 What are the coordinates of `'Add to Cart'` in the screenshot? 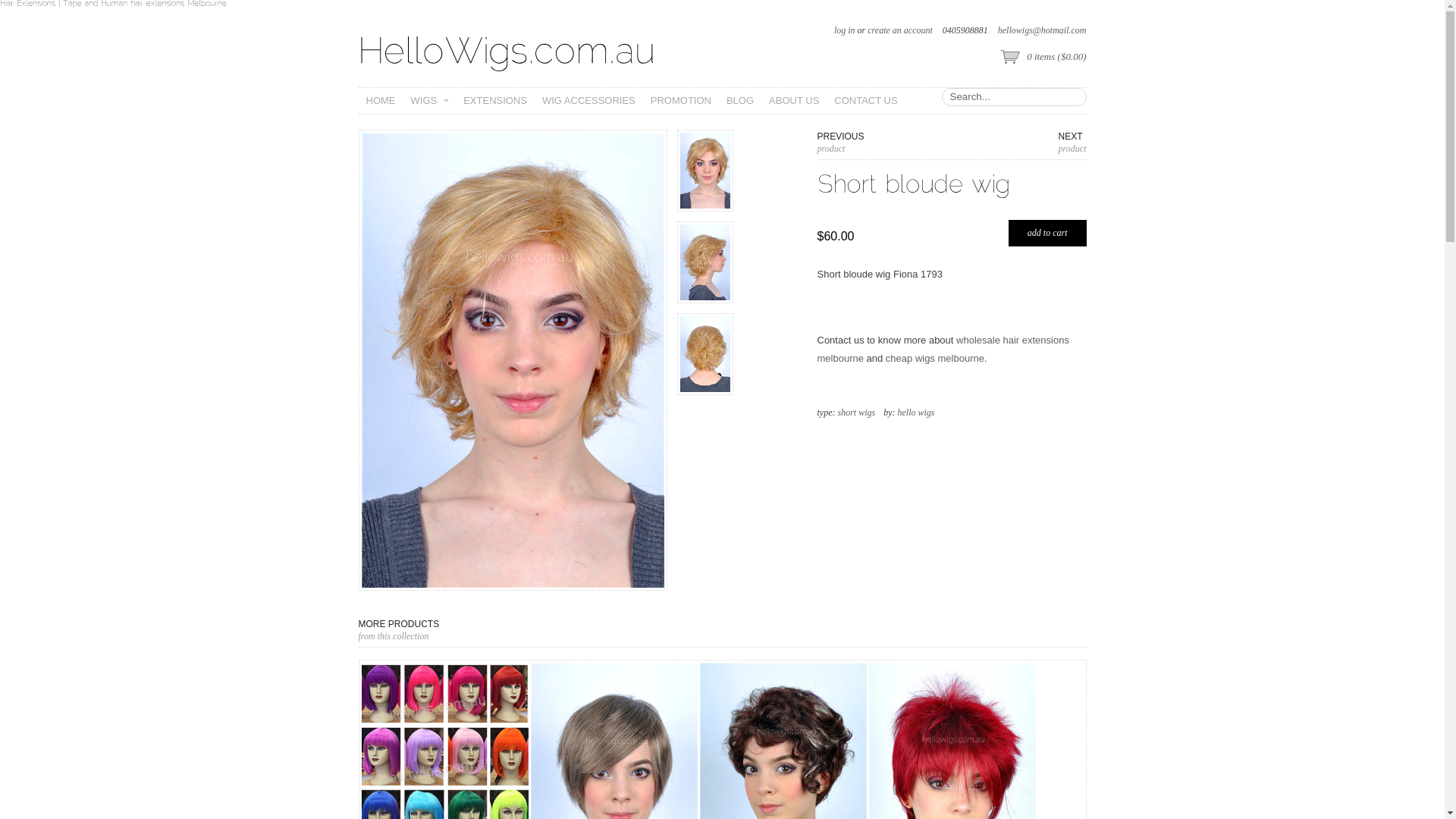 It's located at (1008, 233).